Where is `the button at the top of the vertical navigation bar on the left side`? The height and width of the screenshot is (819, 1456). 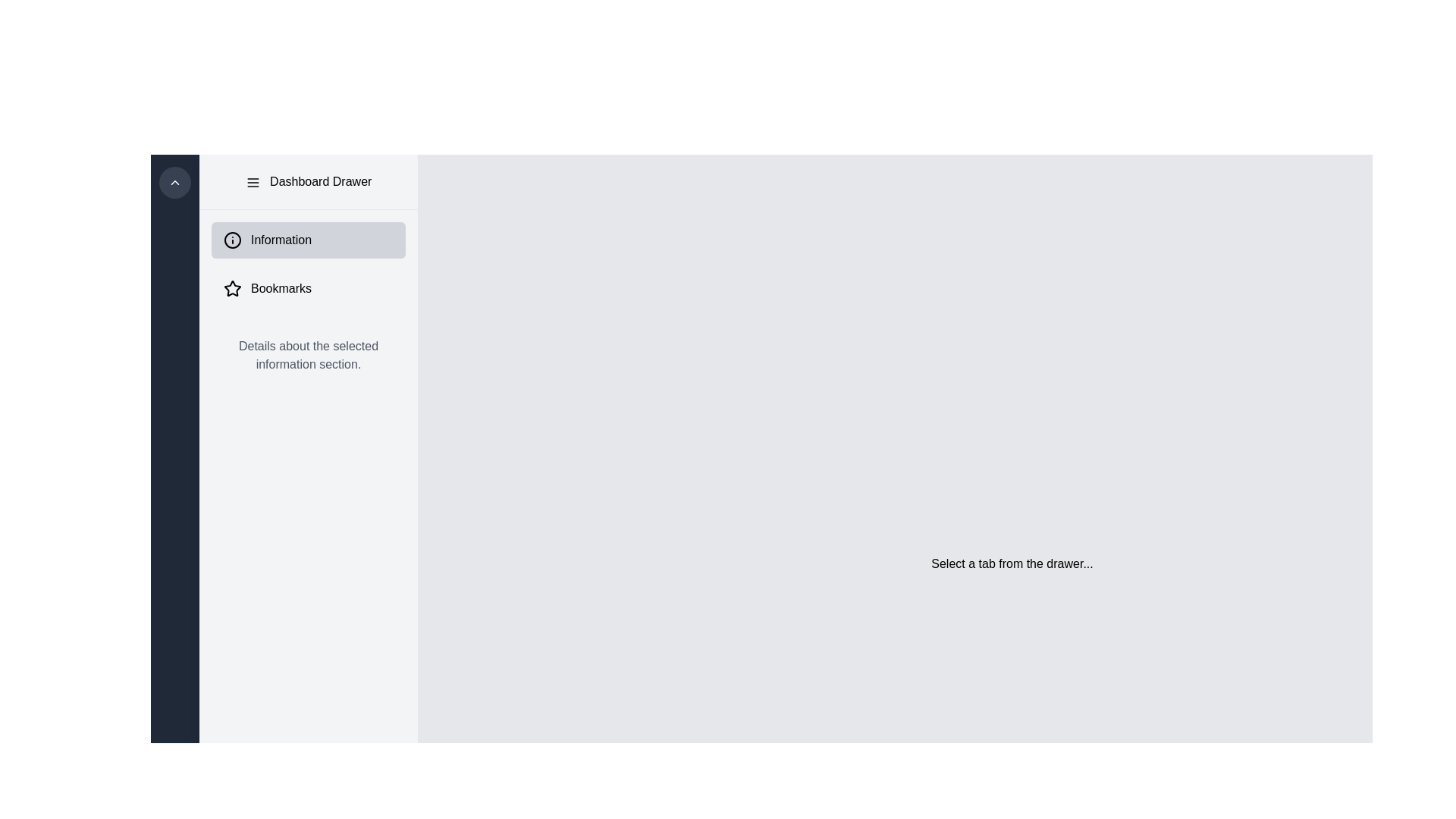 the button at the top of the vertical navigation bar on the left side is located at coordinates (174, 181).